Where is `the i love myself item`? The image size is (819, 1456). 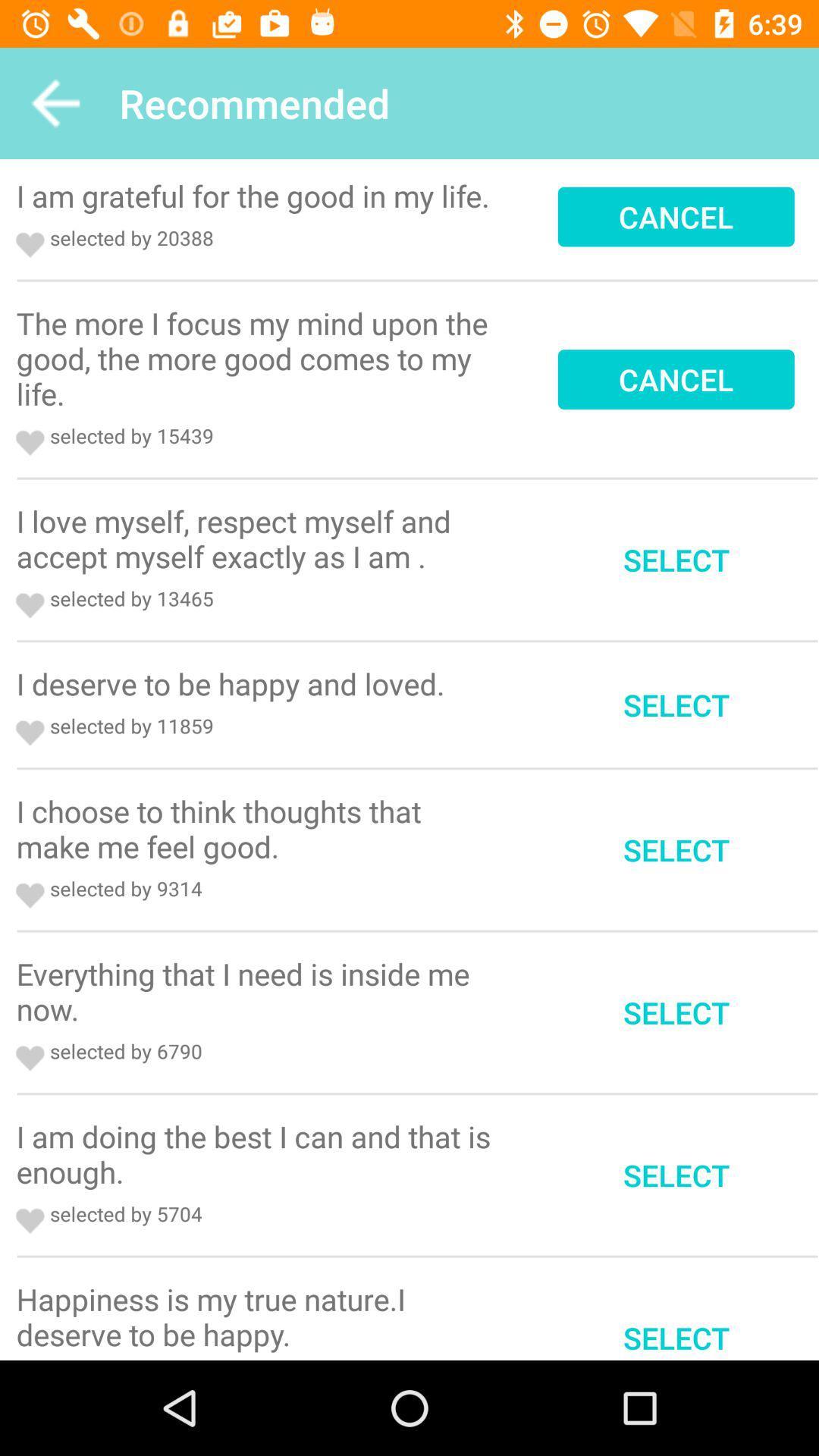
the i love myself item is located at coordinates (258, 538).